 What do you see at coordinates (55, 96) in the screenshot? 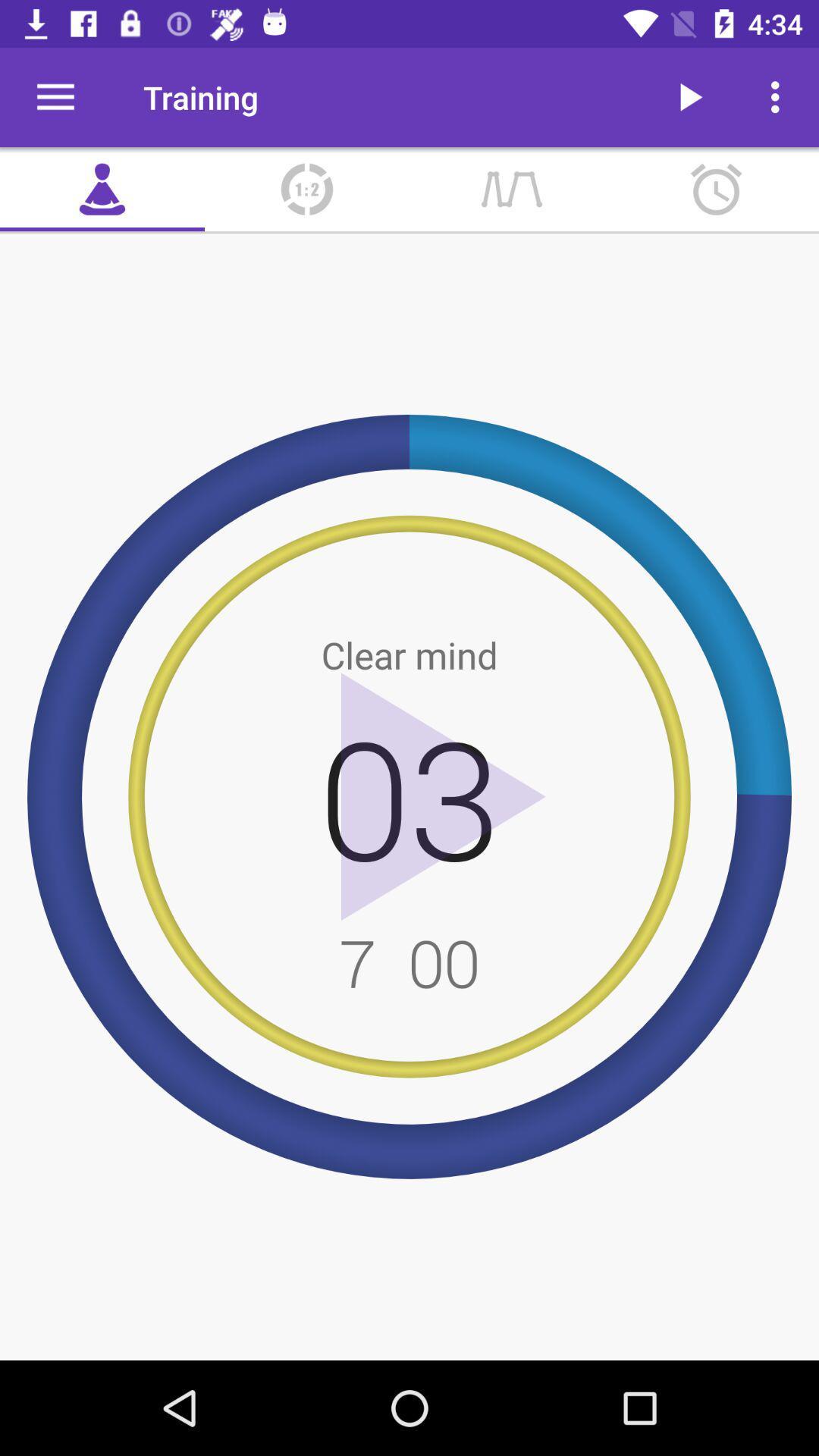
I see `the icon next to the training icon` at bounding box center [55, 96].